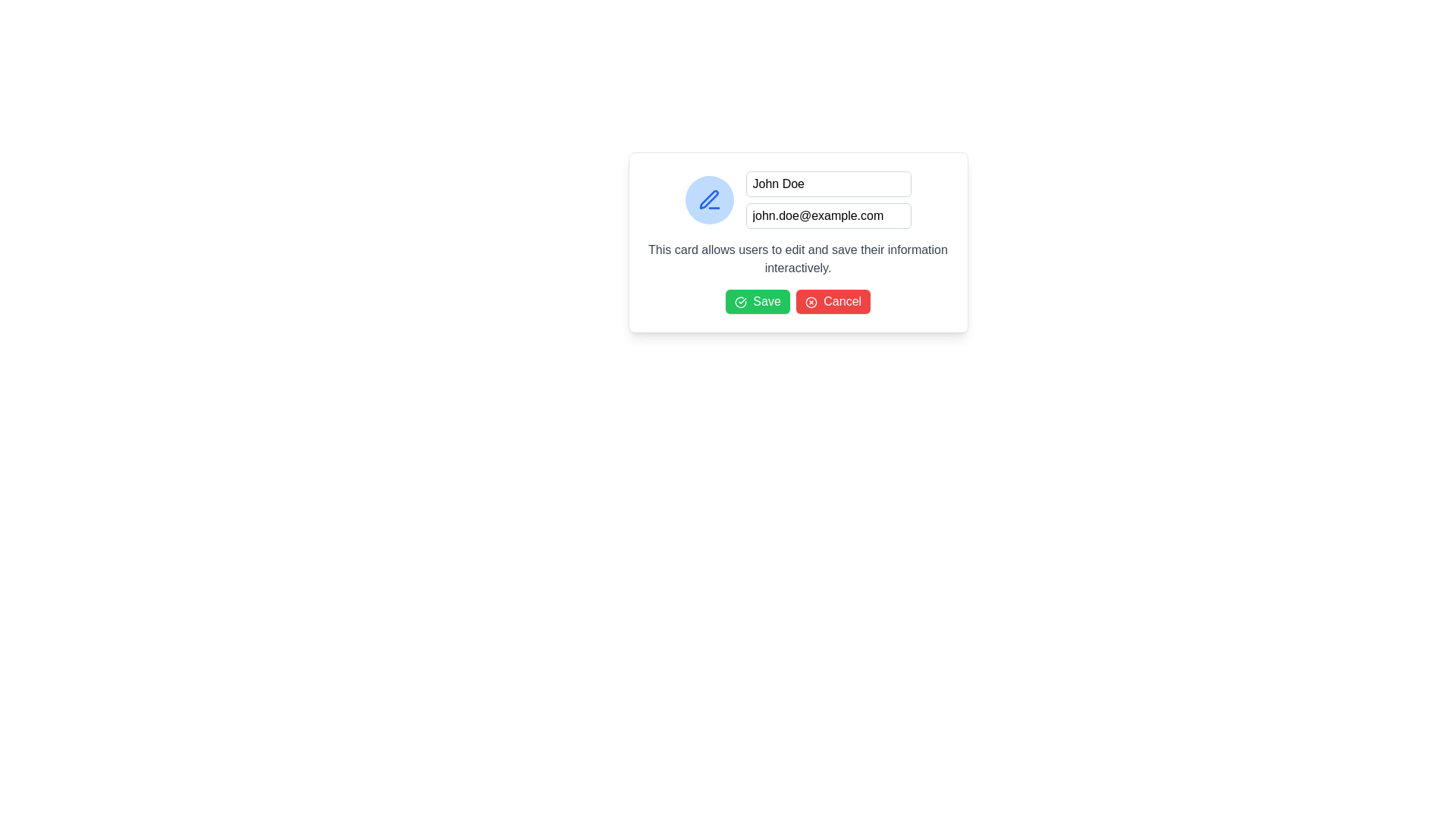 Image resolution: width=1456 pixels, height=819 pixels. Describe the element at coordinates (827, 199) in the screenshot. I see `the Group containing Input Fields which includes two input fields displaying 'John Doe' and 'john.doe@example.com'` at that location.